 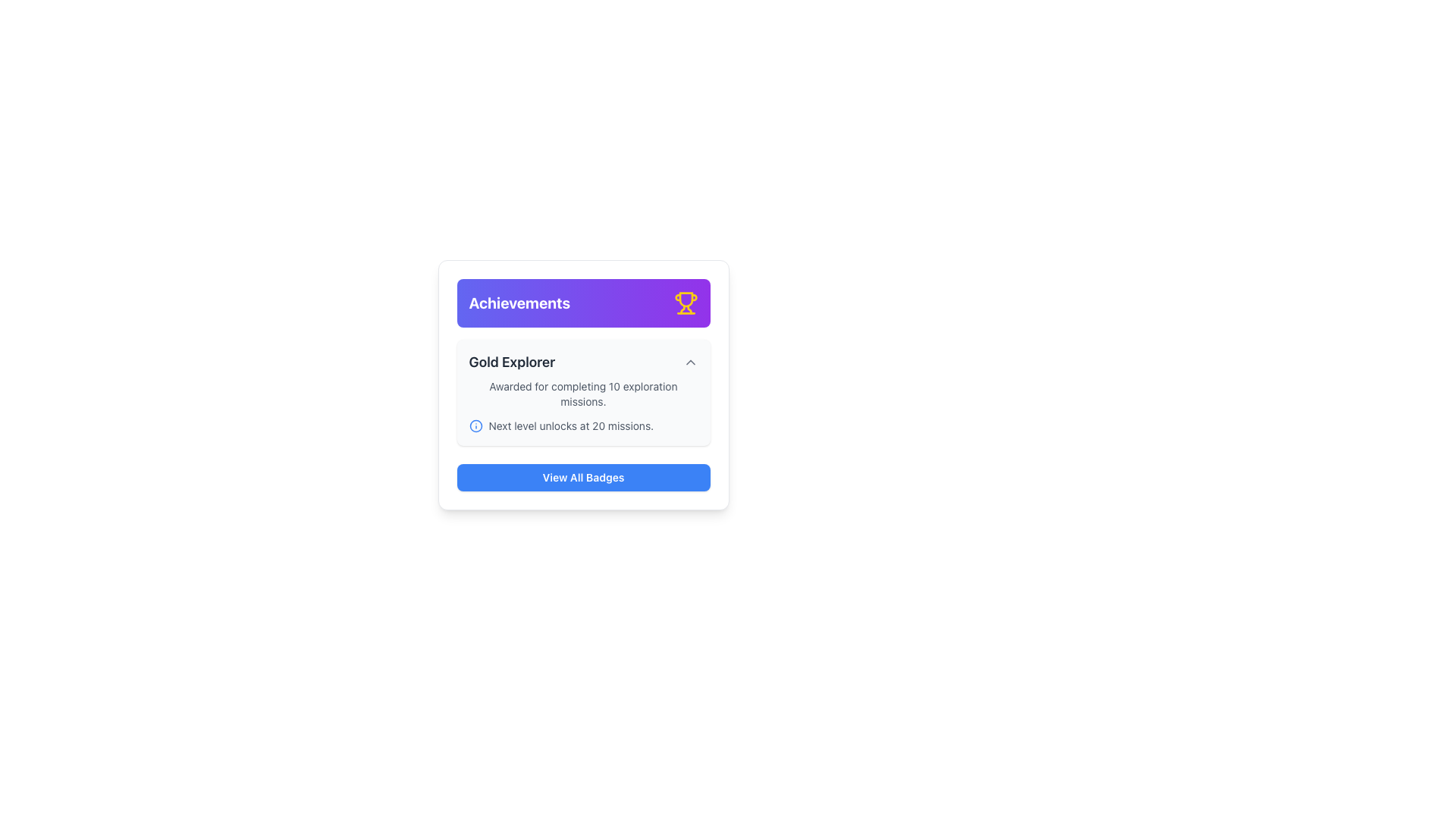 What do you see at coordinates (519, 303) in the screenshot?
I see `the section header text that indicates achievements to trigger a tooltip` at bounding box center [519, 303].